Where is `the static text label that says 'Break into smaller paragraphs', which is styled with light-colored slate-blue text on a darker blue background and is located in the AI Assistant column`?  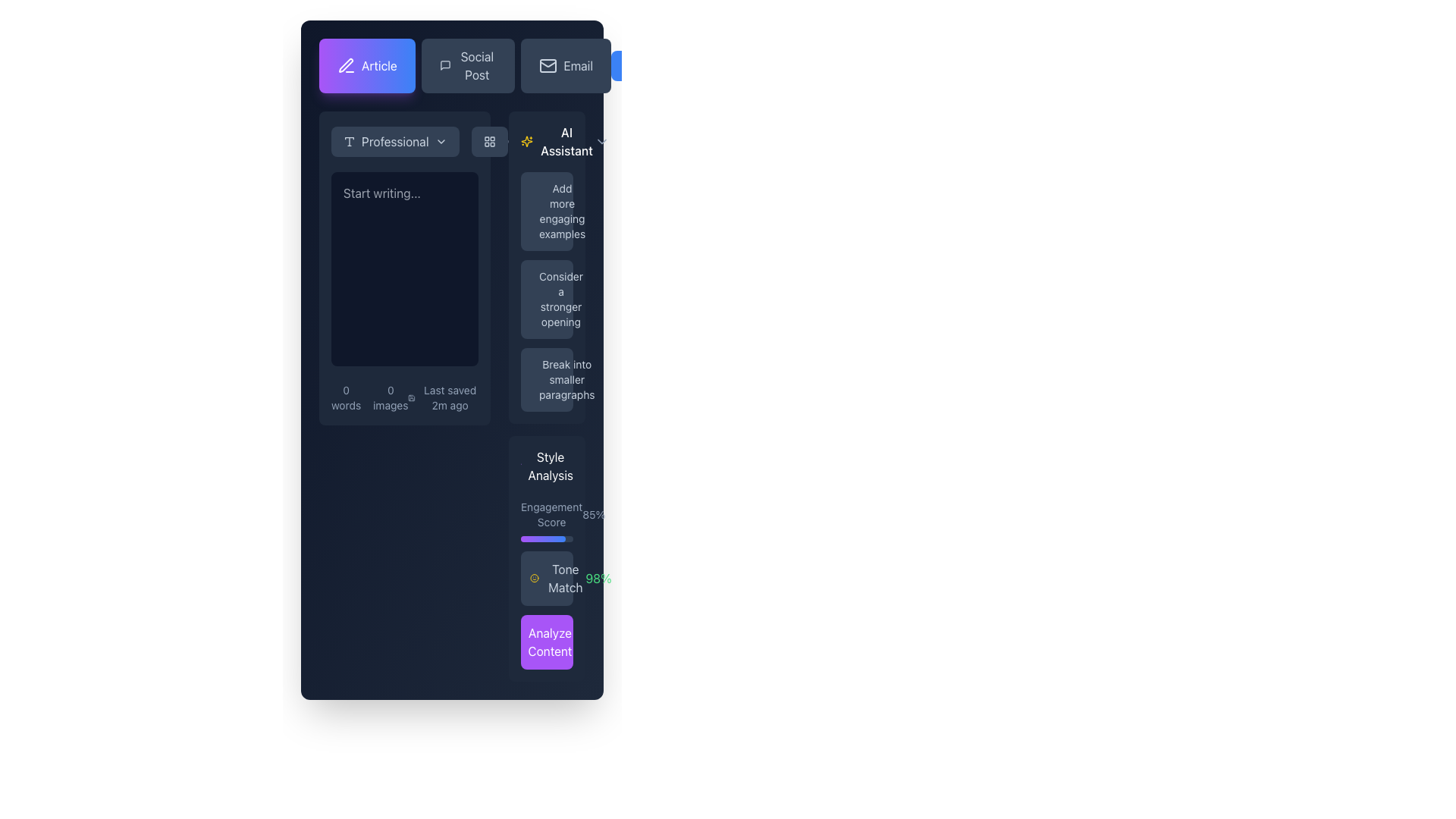
the static text label that says 'Break into smaller paragraphs', which is styled with light-colored slate-blue text on a darker blue background and is located in the AI Assistant column is located at coordinates (566, 379).